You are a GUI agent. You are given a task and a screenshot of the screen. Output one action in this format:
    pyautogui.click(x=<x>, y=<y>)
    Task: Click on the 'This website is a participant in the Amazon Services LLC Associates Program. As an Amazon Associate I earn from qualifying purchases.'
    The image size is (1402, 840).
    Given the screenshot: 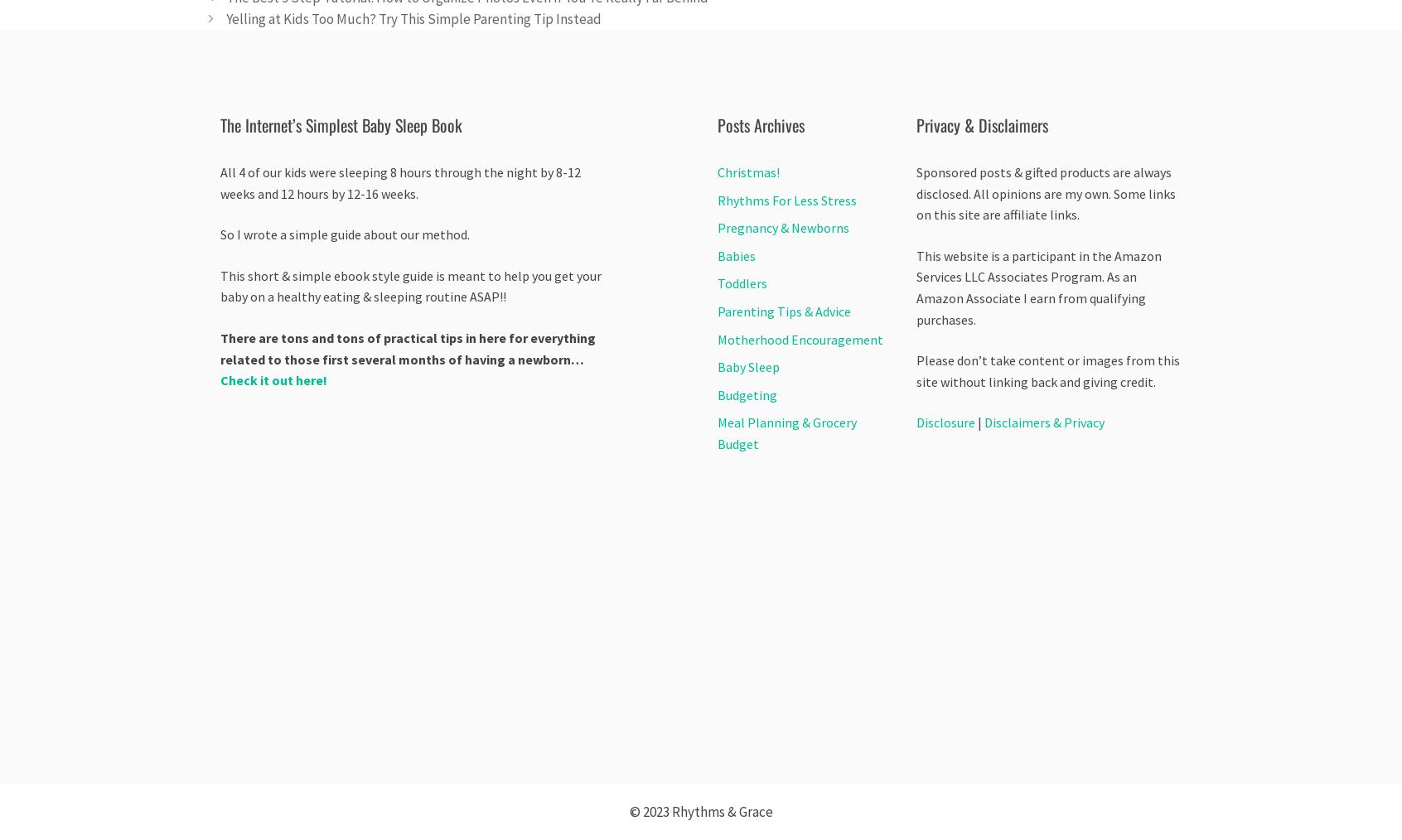 What is the action you would take?
    pyautogui.click(x=1038, y=286)
    